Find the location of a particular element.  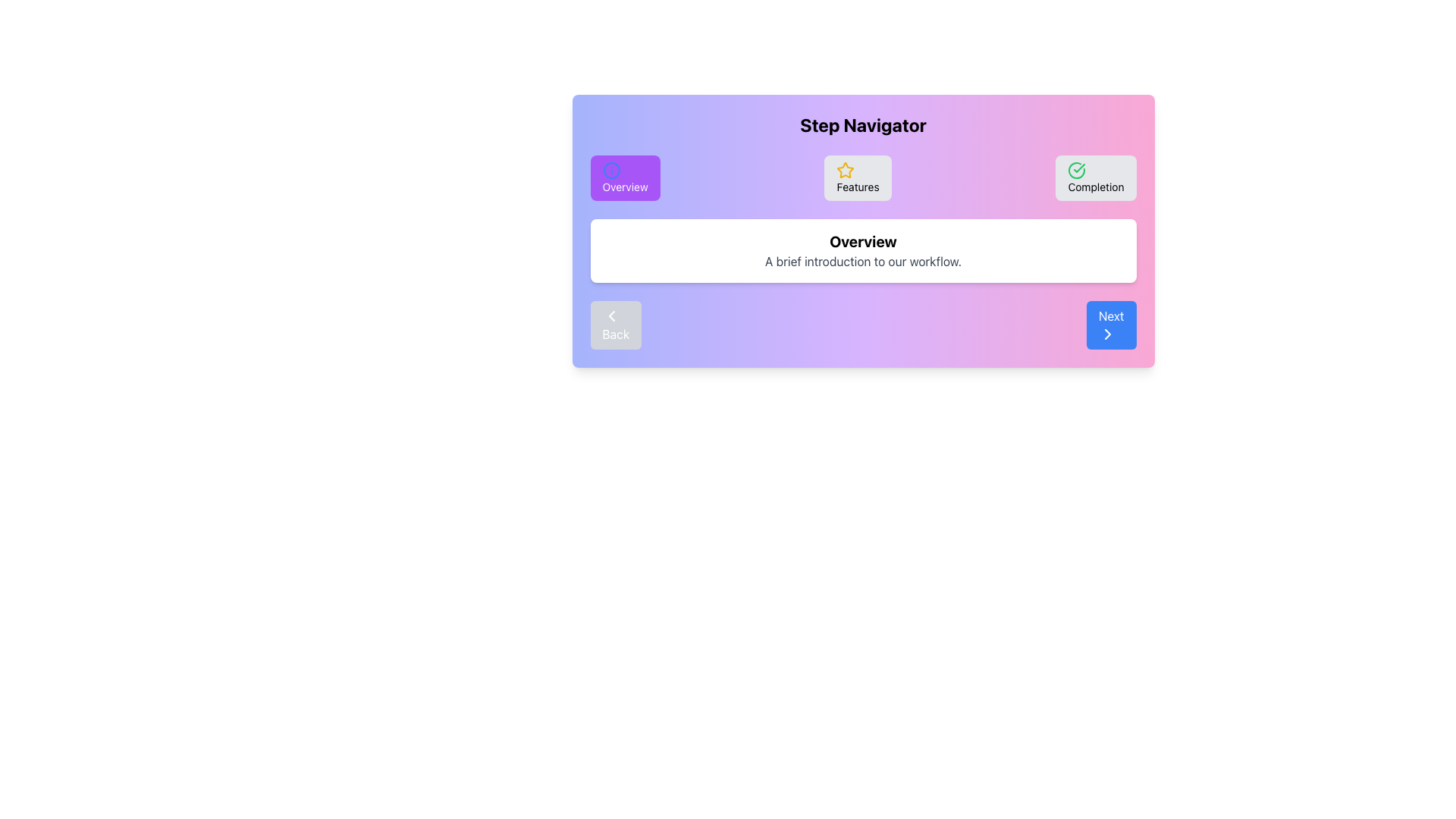

the star icon with a yellow outline that is positioned above the 'Overview' description box, centered horizontally between the 'Overview' and 'Completion' buttons for interaction is located at coordinates (845, 170).